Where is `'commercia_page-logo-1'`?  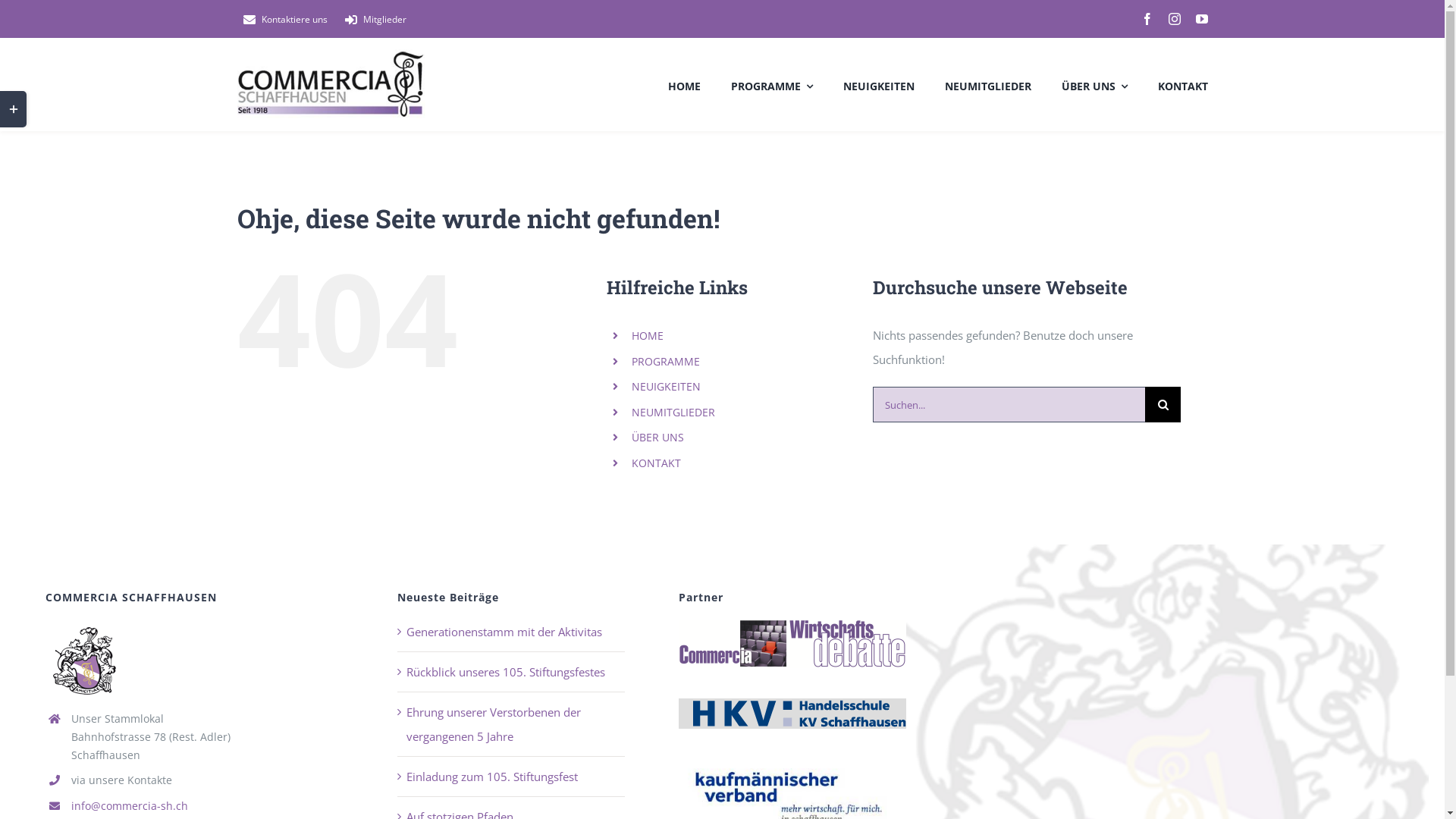
'commercia_page-logo-1' is located at coordinates (83, 660).